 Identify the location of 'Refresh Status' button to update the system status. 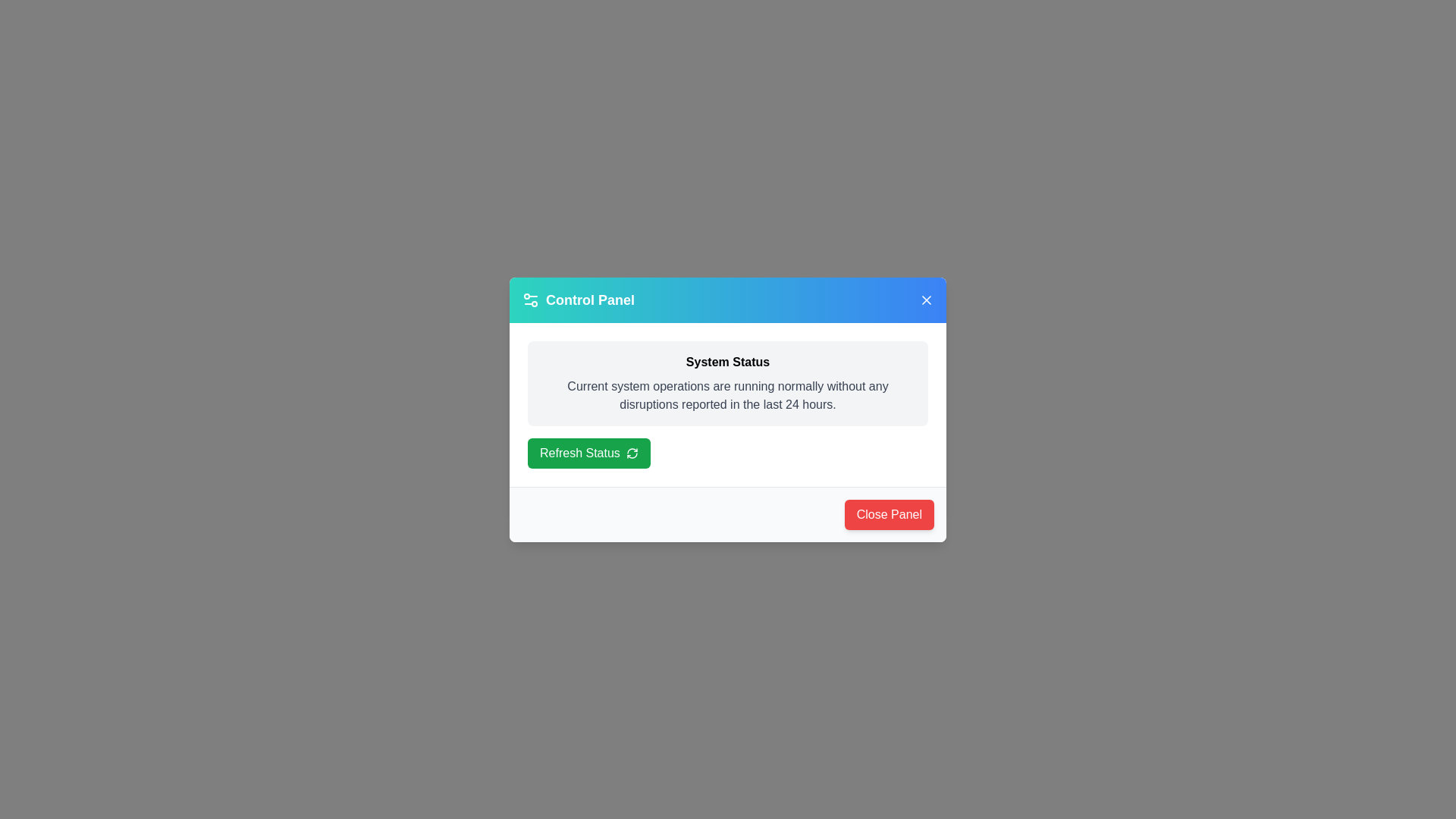
(588, 452).